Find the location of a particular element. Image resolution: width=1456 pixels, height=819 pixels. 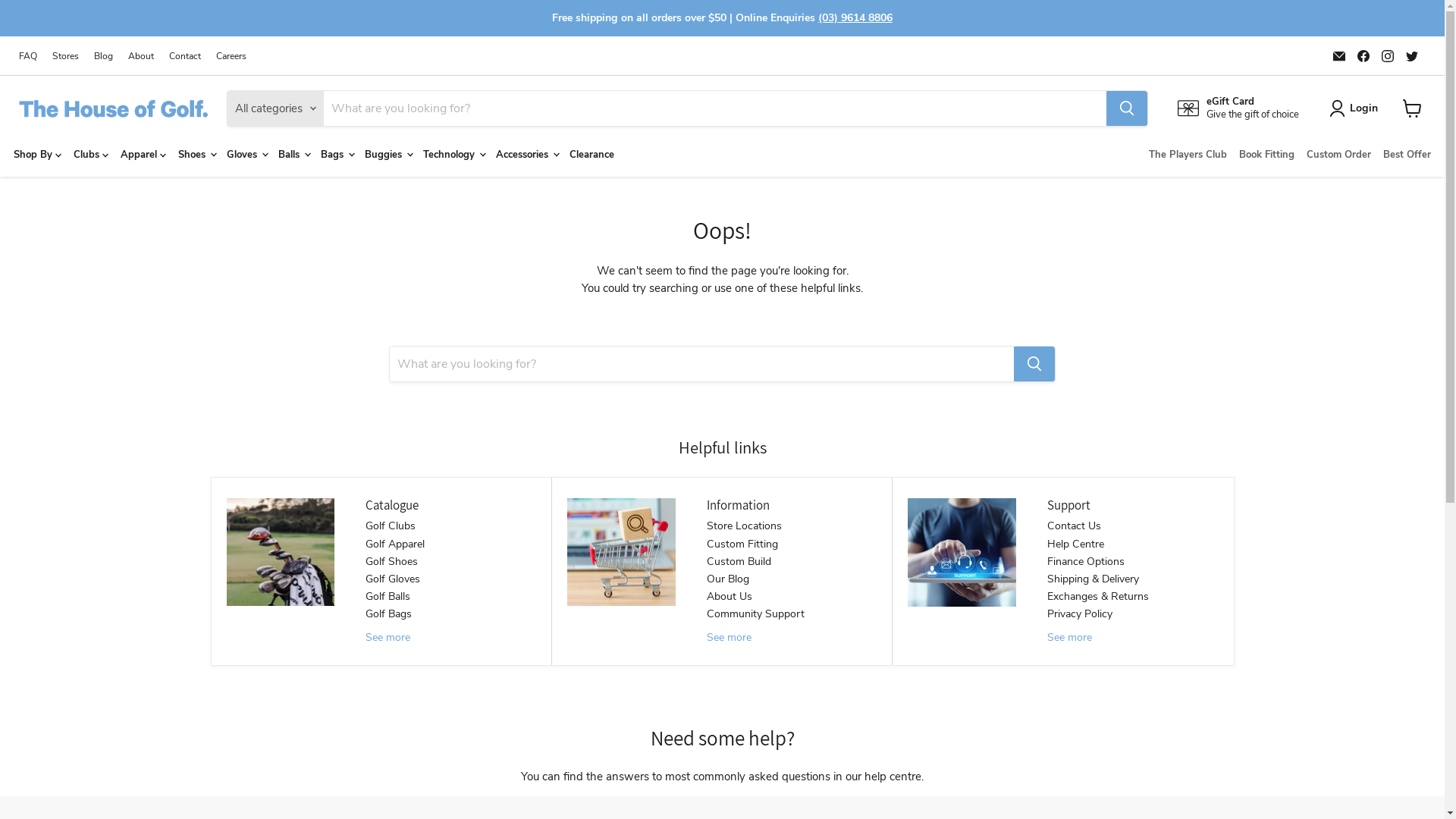

'Golf Balls' is located at coordinates (388, 595).